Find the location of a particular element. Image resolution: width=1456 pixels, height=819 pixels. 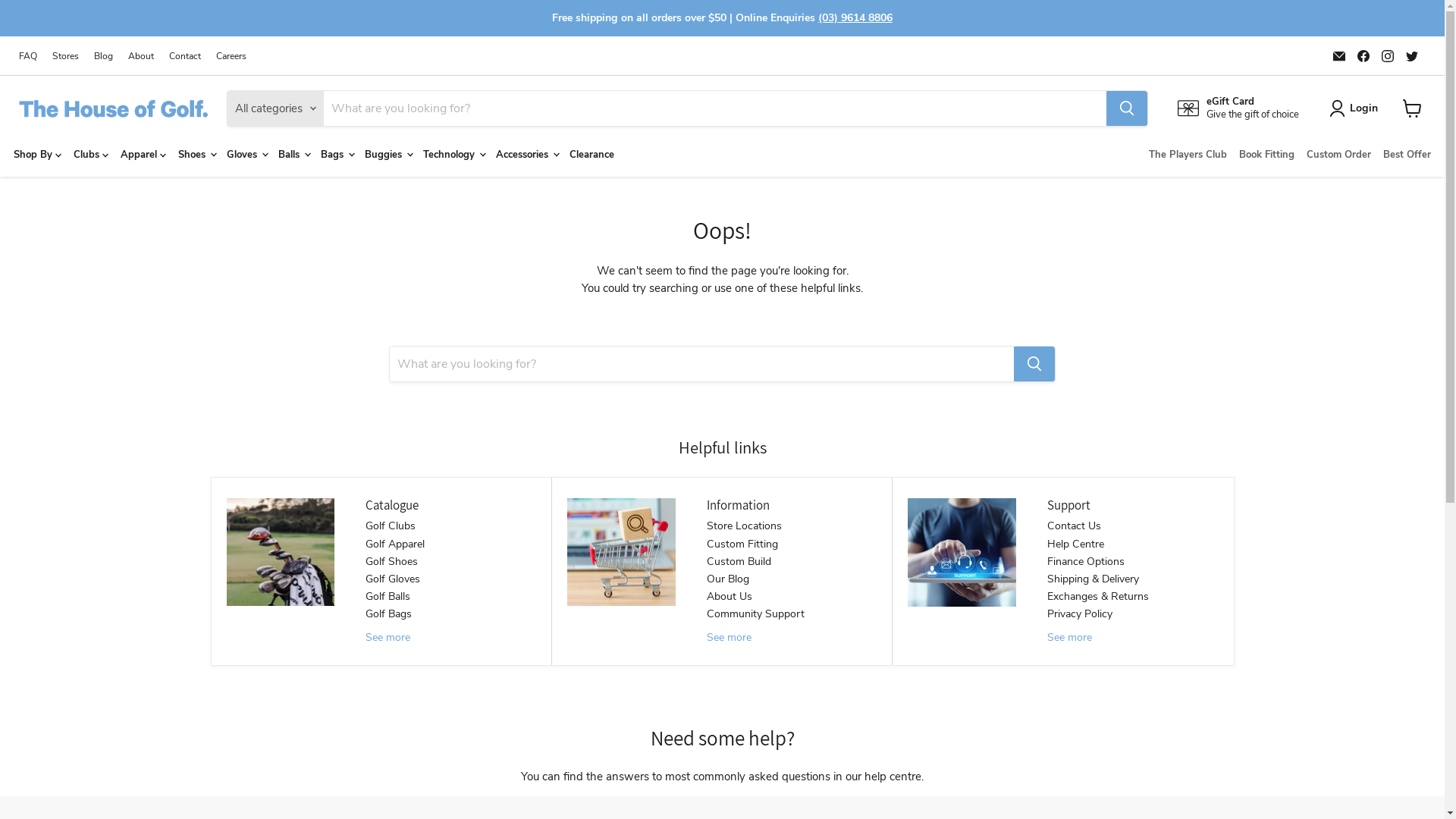

'Golf Balls' is located at coordinates (388, 595).